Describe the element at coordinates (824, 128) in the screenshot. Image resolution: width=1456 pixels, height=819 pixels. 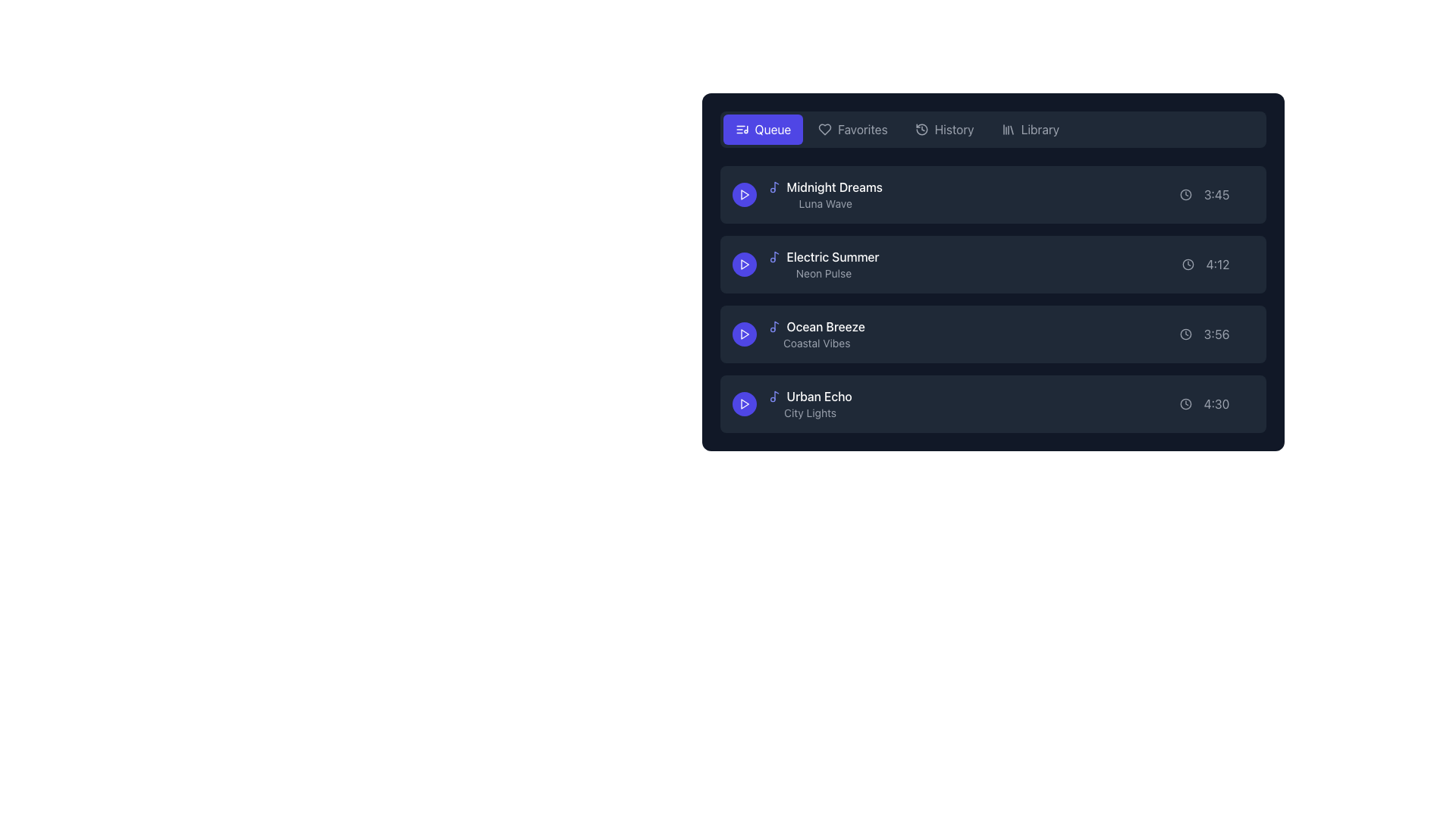
I see `the heart-shaped icon in the Favorites section of the navigation bar` at that location.